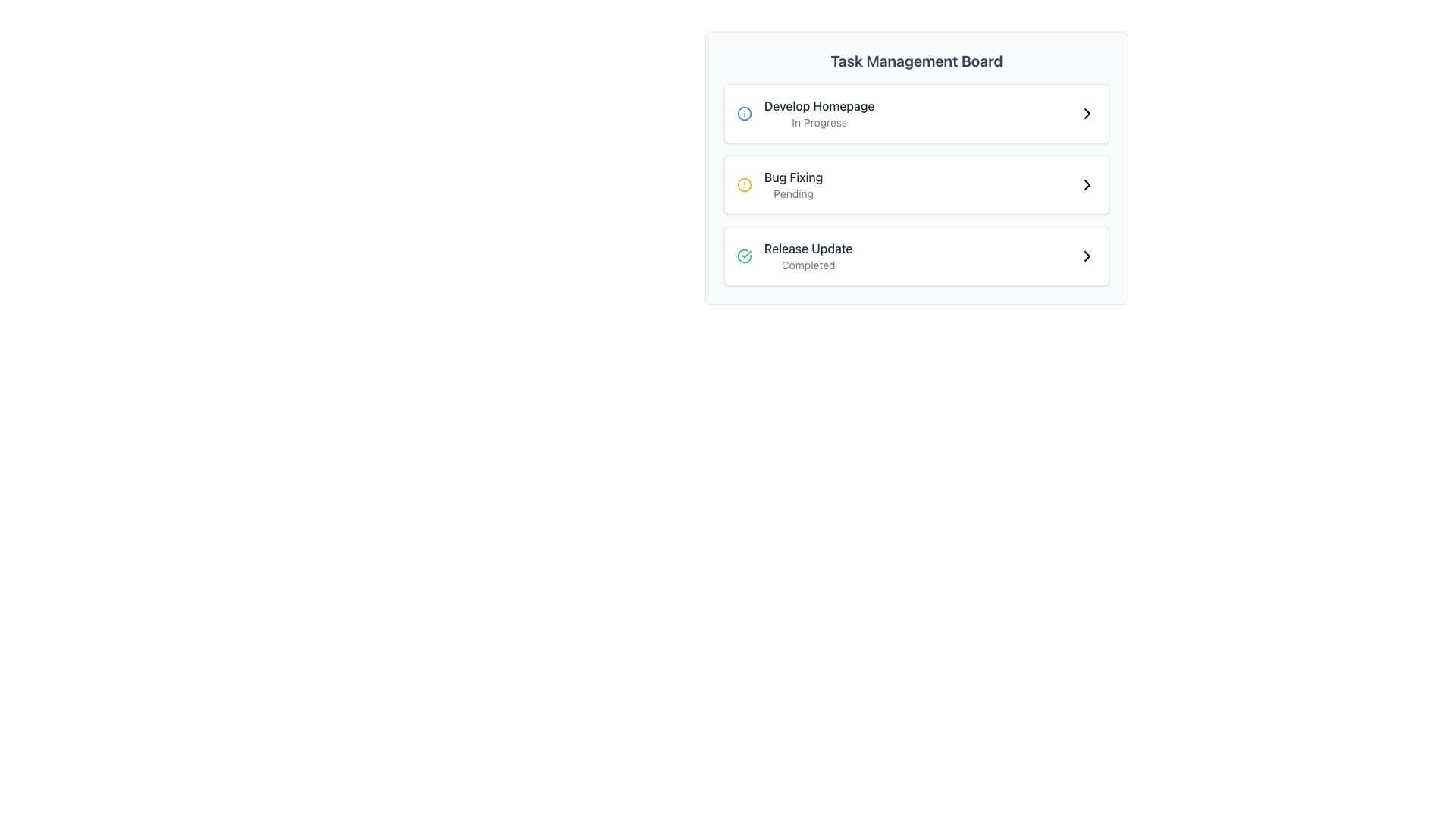 The height and width of the screenshot is (819, 1456). What do you see at coordinates (1087, 184) in the screenshot?
I see `the right-facing chevron icon styled with black lines, located at the end of the 'Bug Fixing - Pending' task entry in the task management interface` at bounding box center [1087, 184].